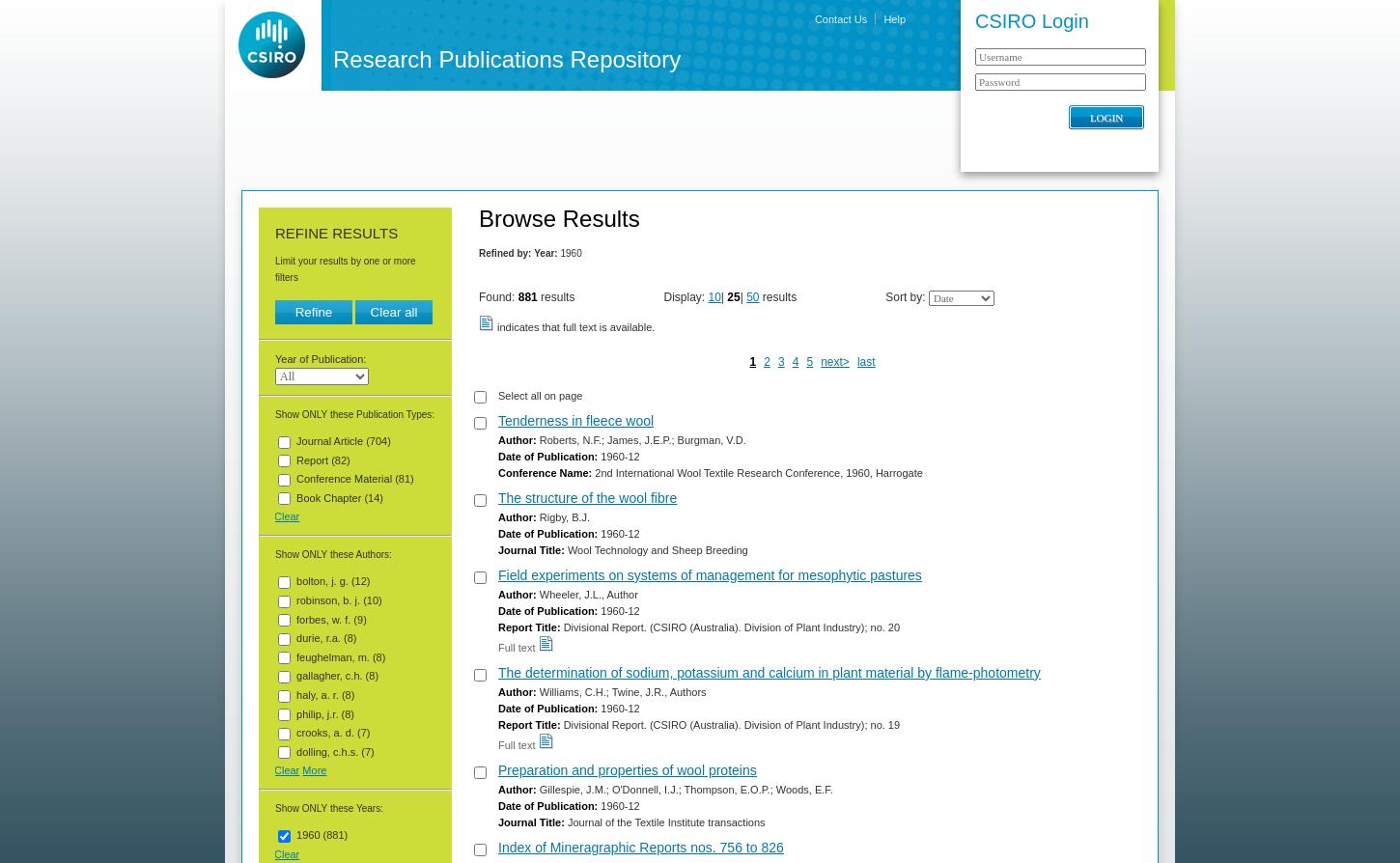 Image resolution: width=1400 pixels, height=863 pixels. Describe the element at coordinates (331, 618) in the screenshot. I see `'forbes, w. f. (9)'` at that location.